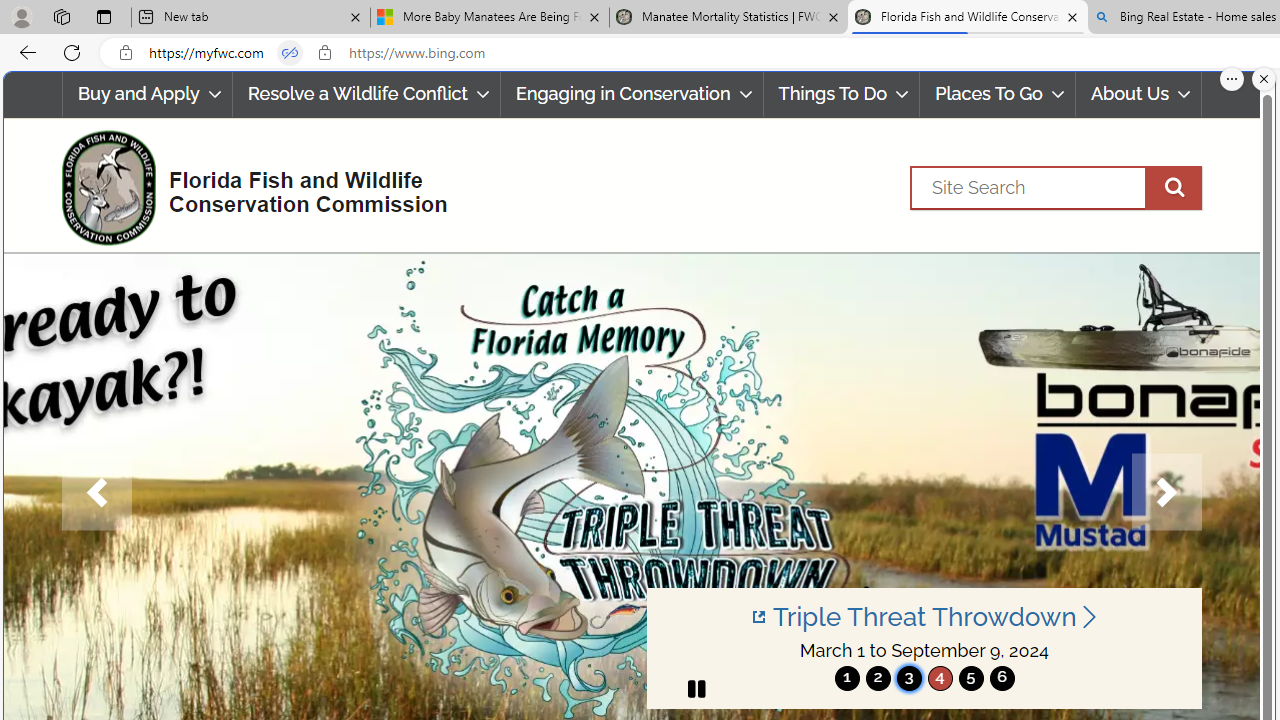 This screenshot has height=720, width=1280. I want to click on '3', so click(907, 677).